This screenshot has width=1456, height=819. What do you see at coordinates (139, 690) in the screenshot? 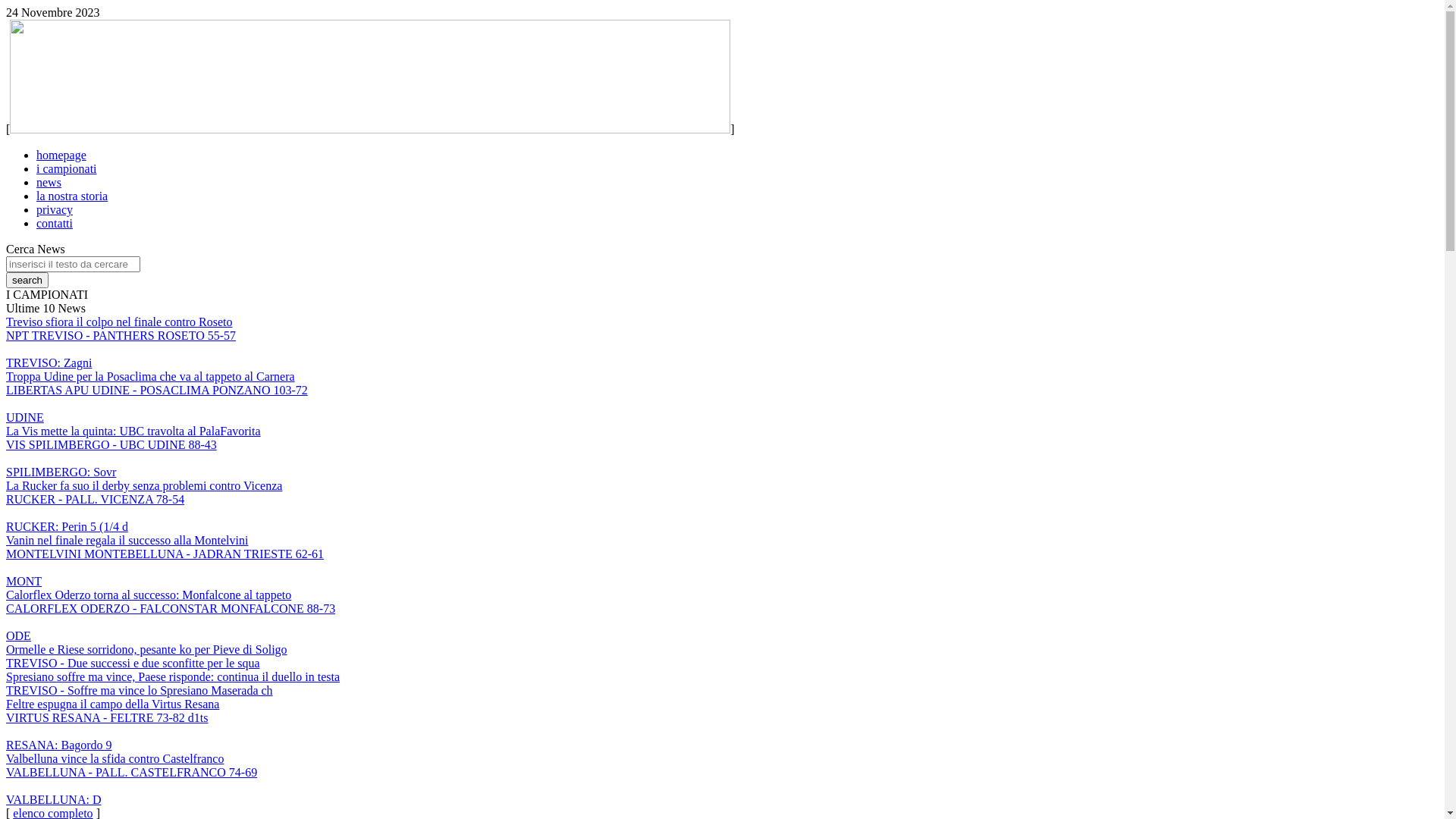
I see `'TREVISO - Soffre ma vince lo Spresiano Maserada ch'` at bounding box center [139, 690].